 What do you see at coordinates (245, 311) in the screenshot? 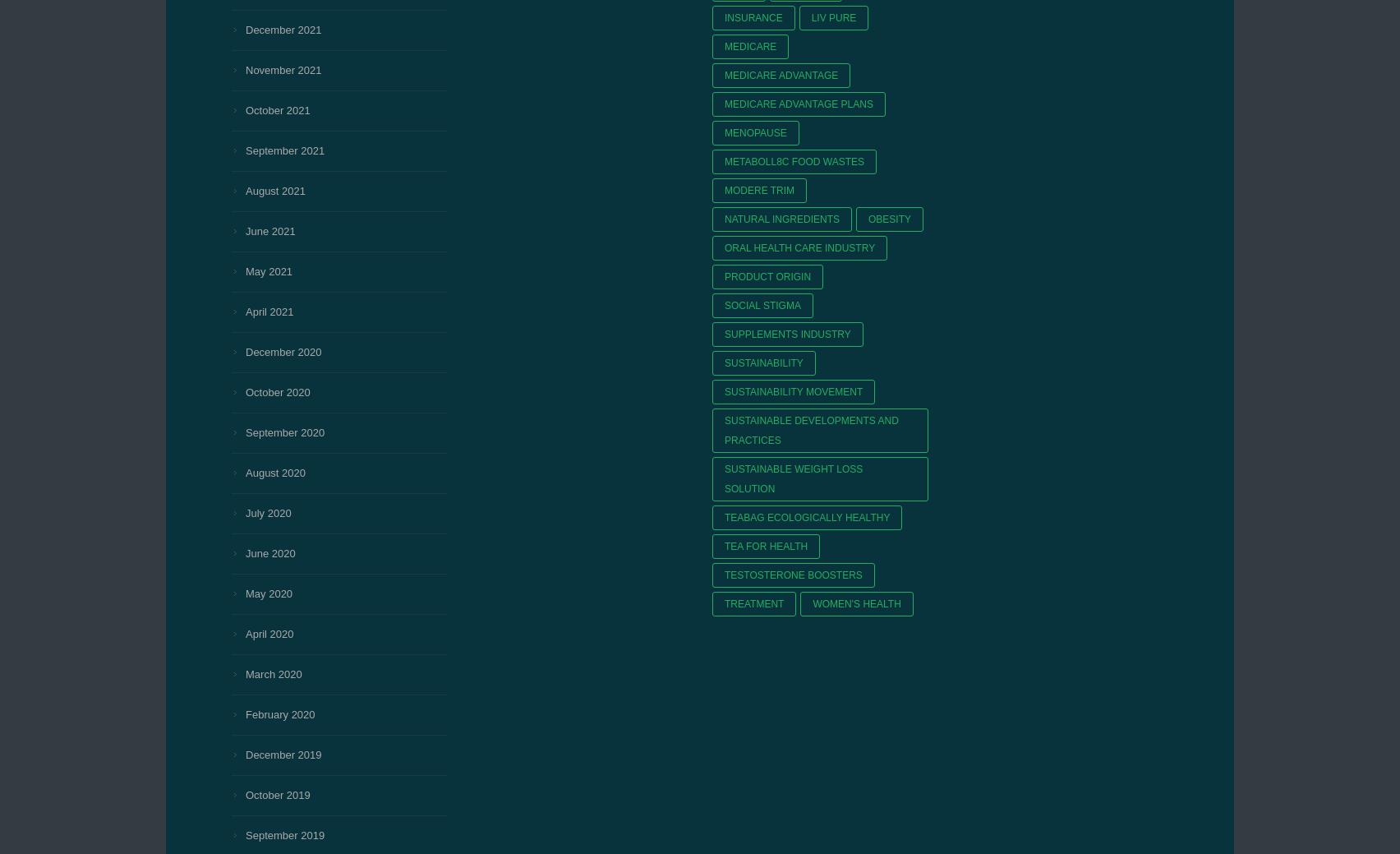
I see `'April 2021'` at bounding box center [245, 311].